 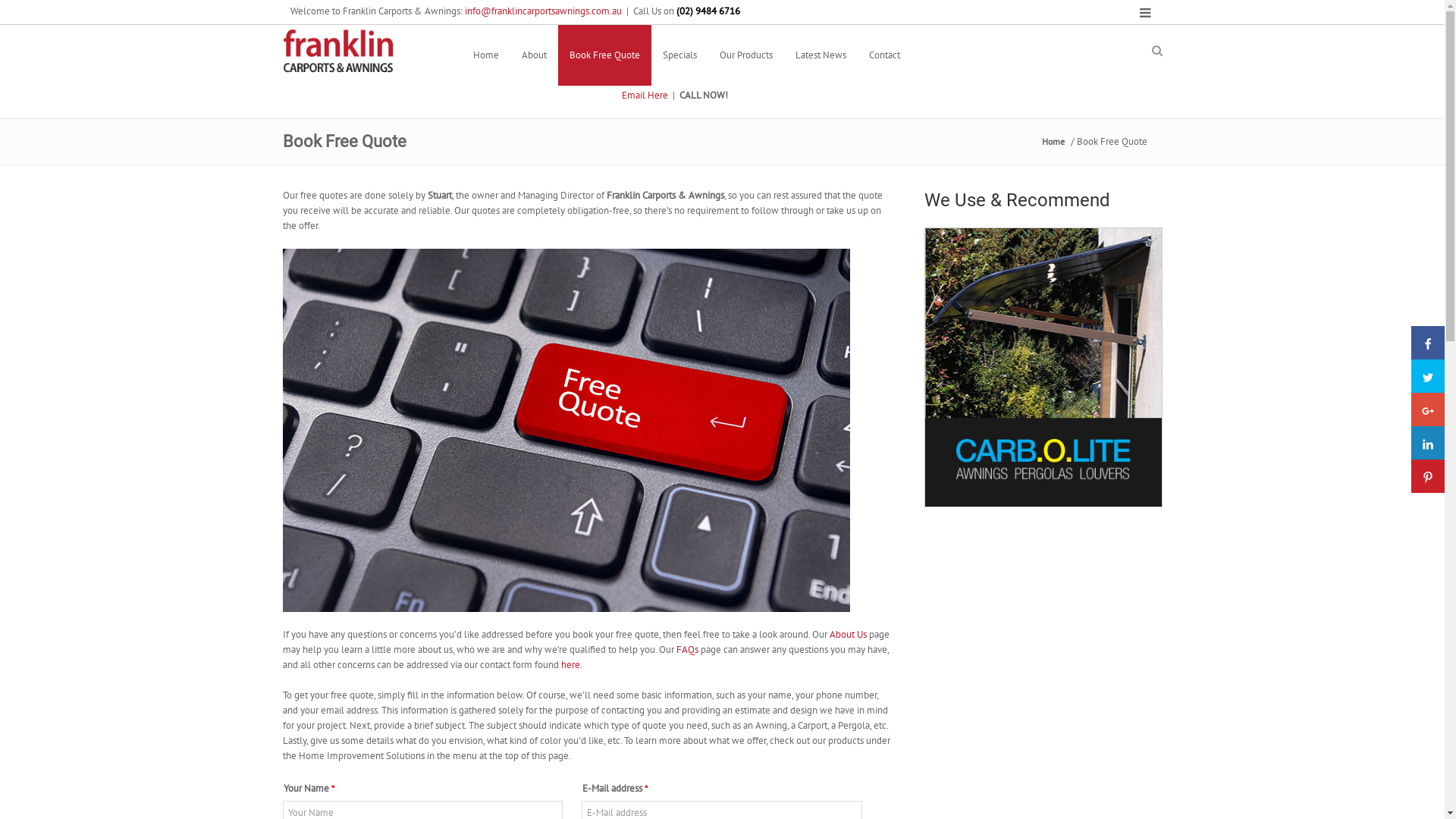 I want to click on 'Latest News', so click(x=783, y=55).